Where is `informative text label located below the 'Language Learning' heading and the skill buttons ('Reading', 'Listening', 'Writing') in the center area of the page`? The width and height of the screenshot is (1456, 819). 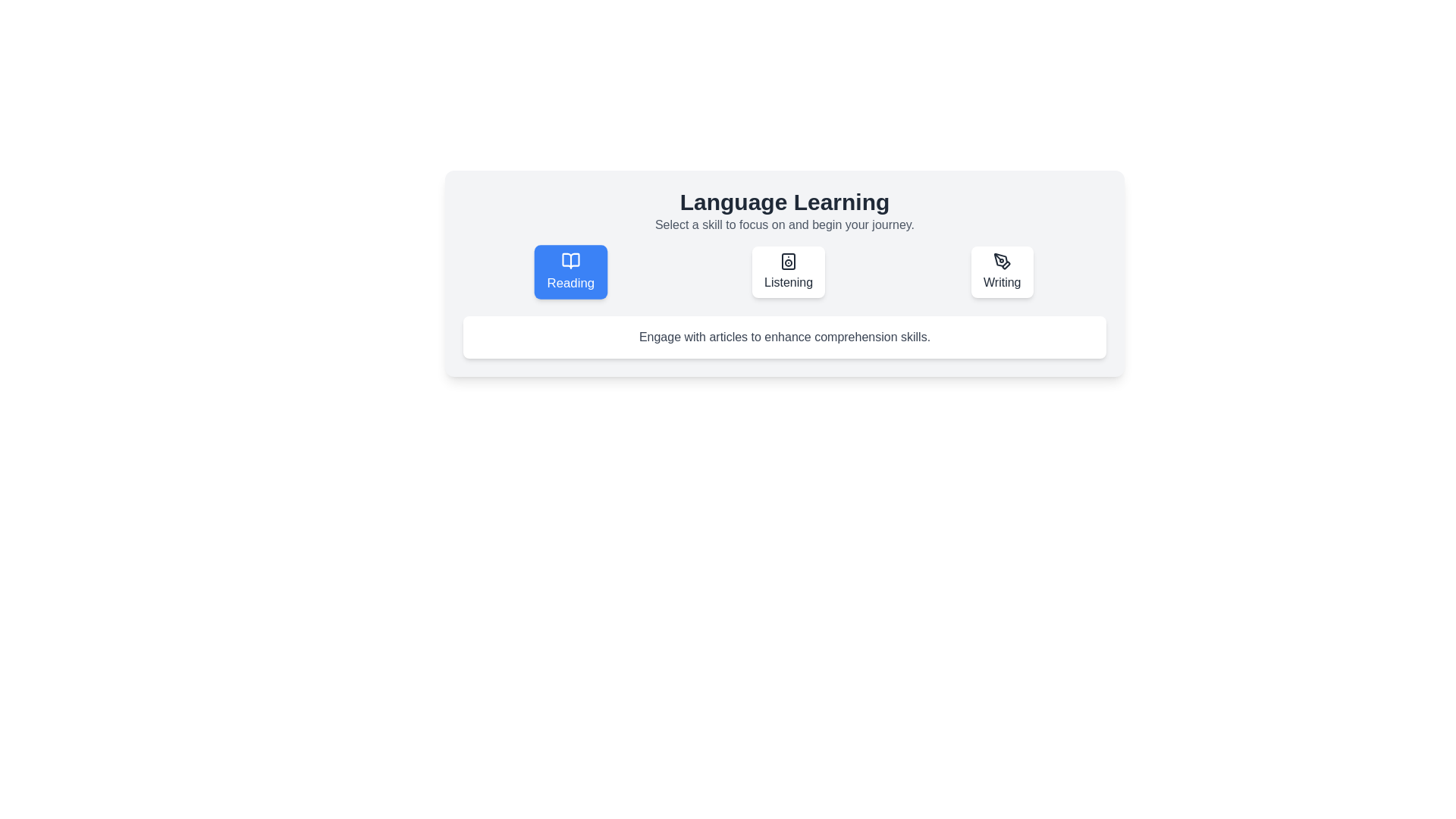 informative text label located below the 'Language Learning' heading and the skill buttons ('Reading', 'Listening', 'Writing') in the center area of the page is located at coordinates (785, 336).